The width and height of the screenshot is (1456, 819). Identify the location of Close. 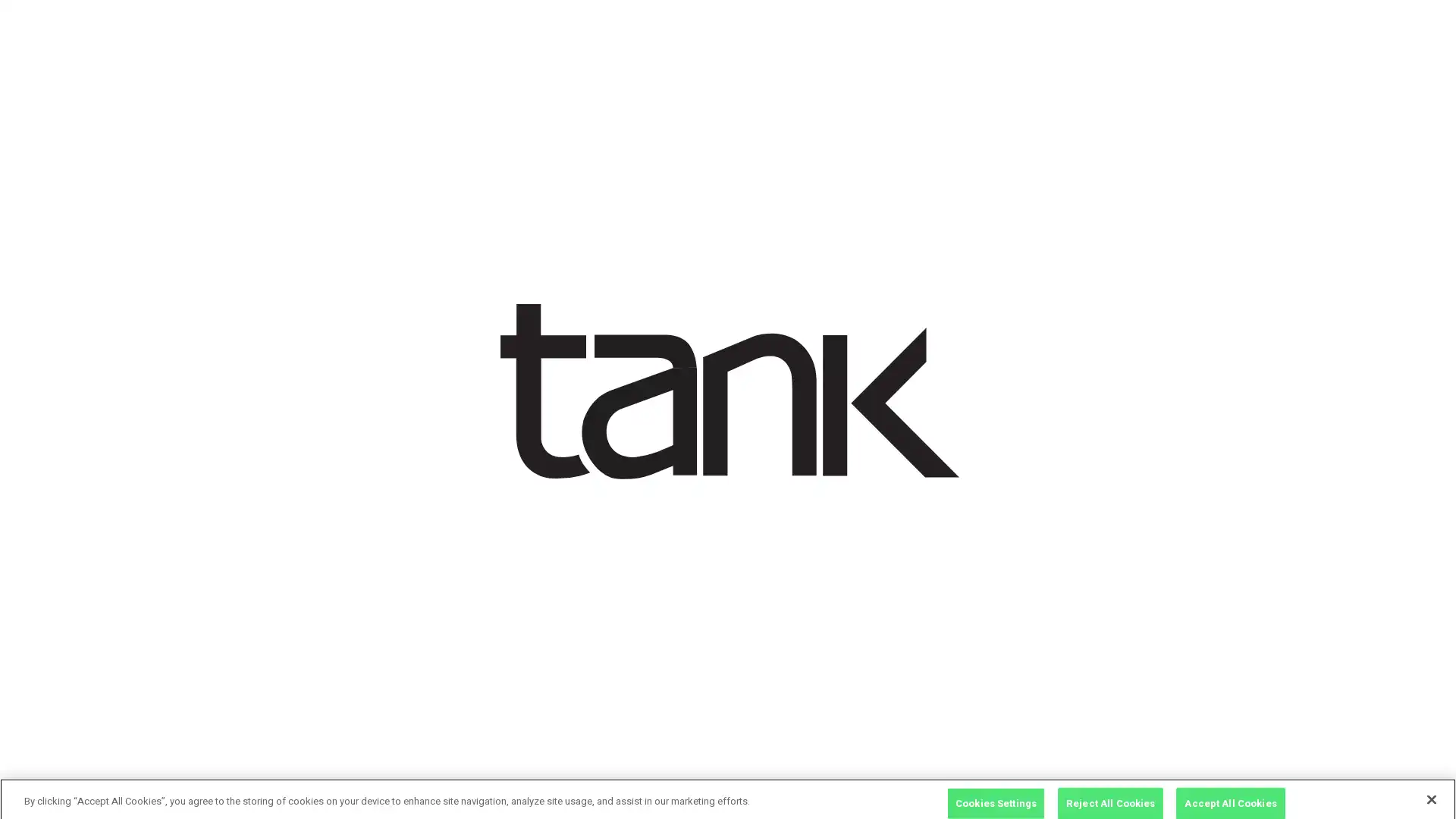
(1430, 792).